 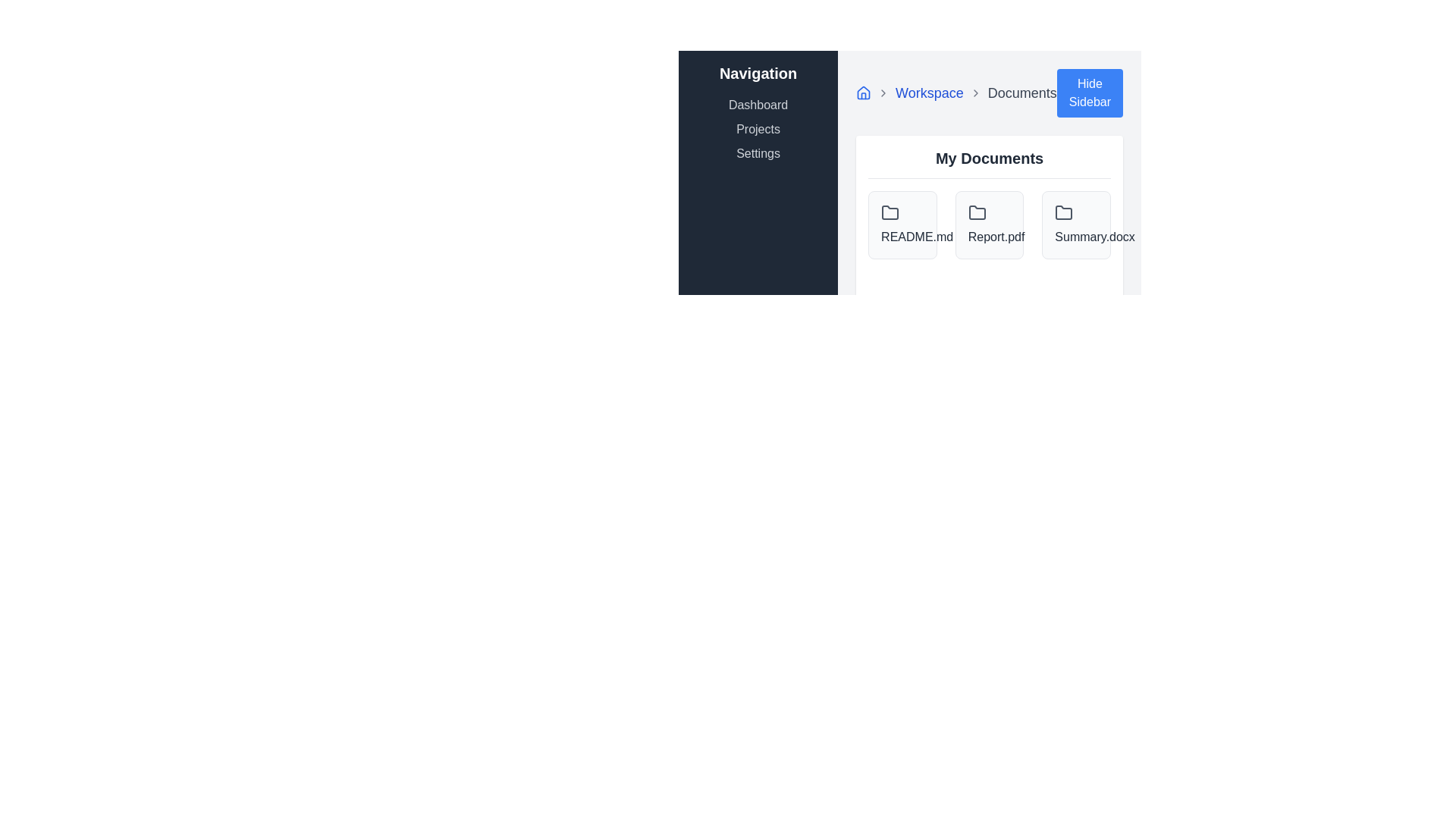 What do you see at coordinates (955, 93) in the screenshot?
I see `Breadcrumb Navigation element located in the header section of the interface for its structure` at bounding box center [955, 93].